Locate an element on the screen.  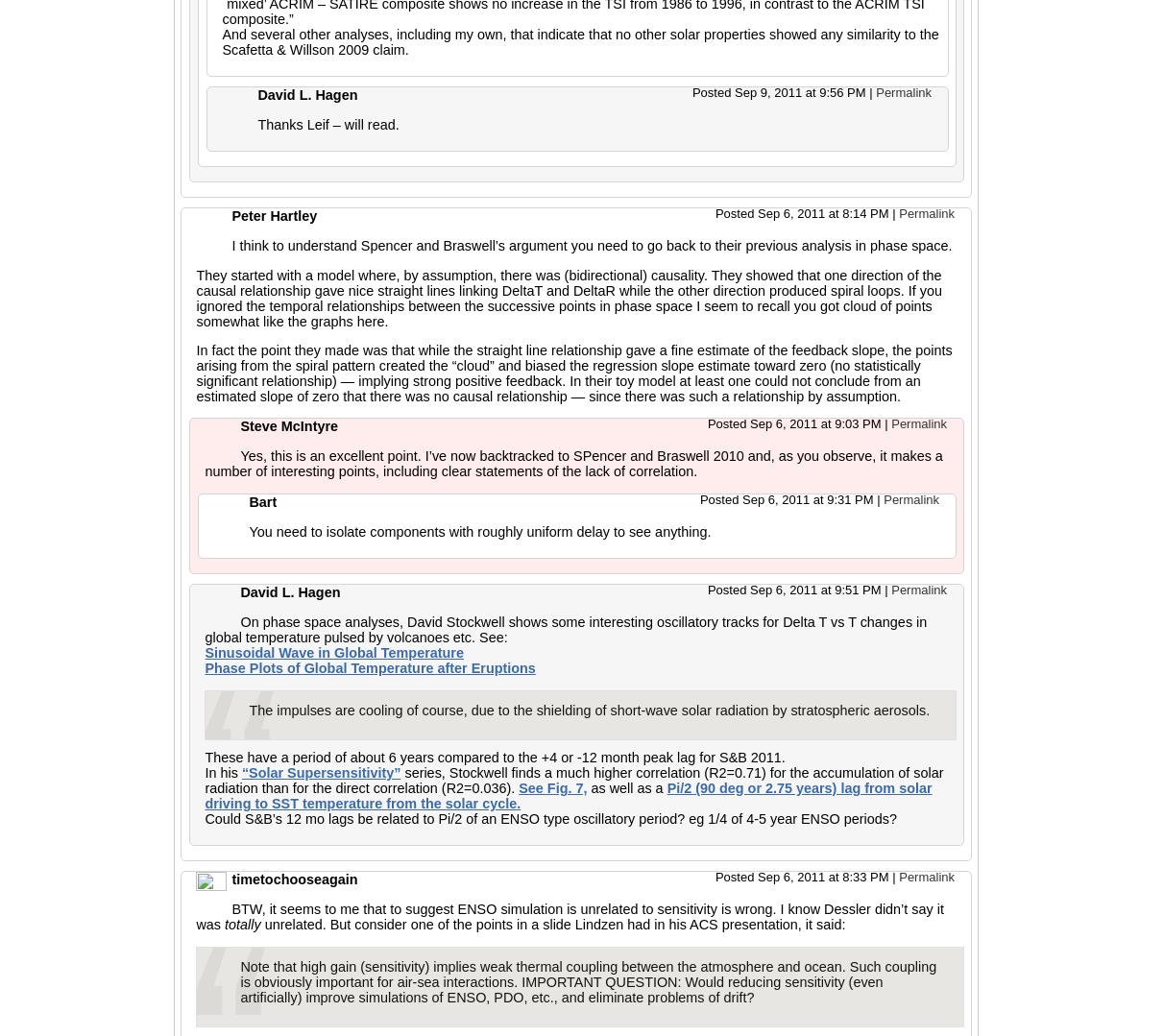
'See Fig. 7,' is located at coordinates (552, 787).